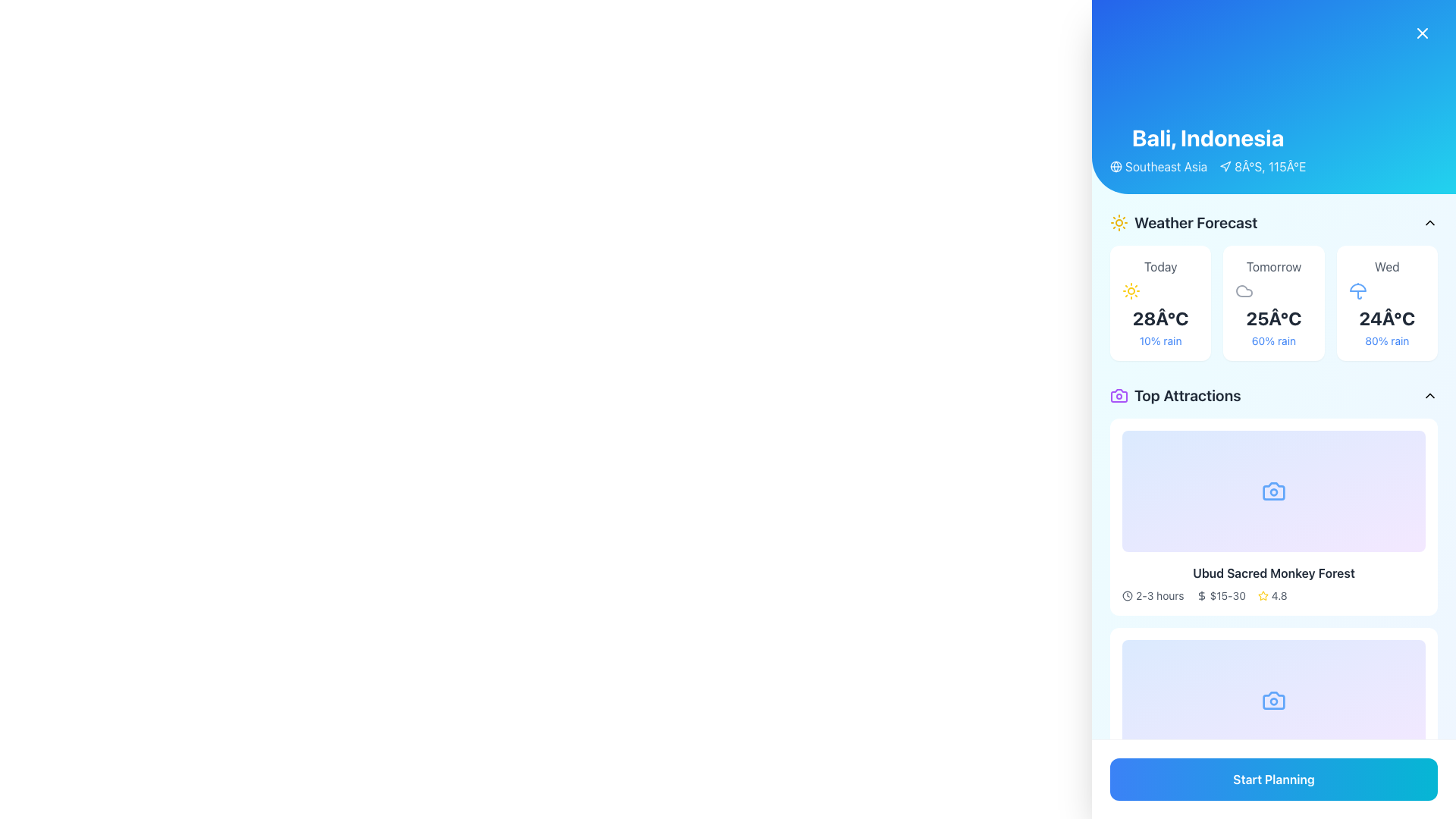 The height and width of the screenshot is (819, 1456). Describe the element at coordinates (1159, 341) in the screenshot. I see `the blue text snippet that reads '10% rain', located within the 'Today' weather card, positioned under the temperature value '28°C'` at that location.